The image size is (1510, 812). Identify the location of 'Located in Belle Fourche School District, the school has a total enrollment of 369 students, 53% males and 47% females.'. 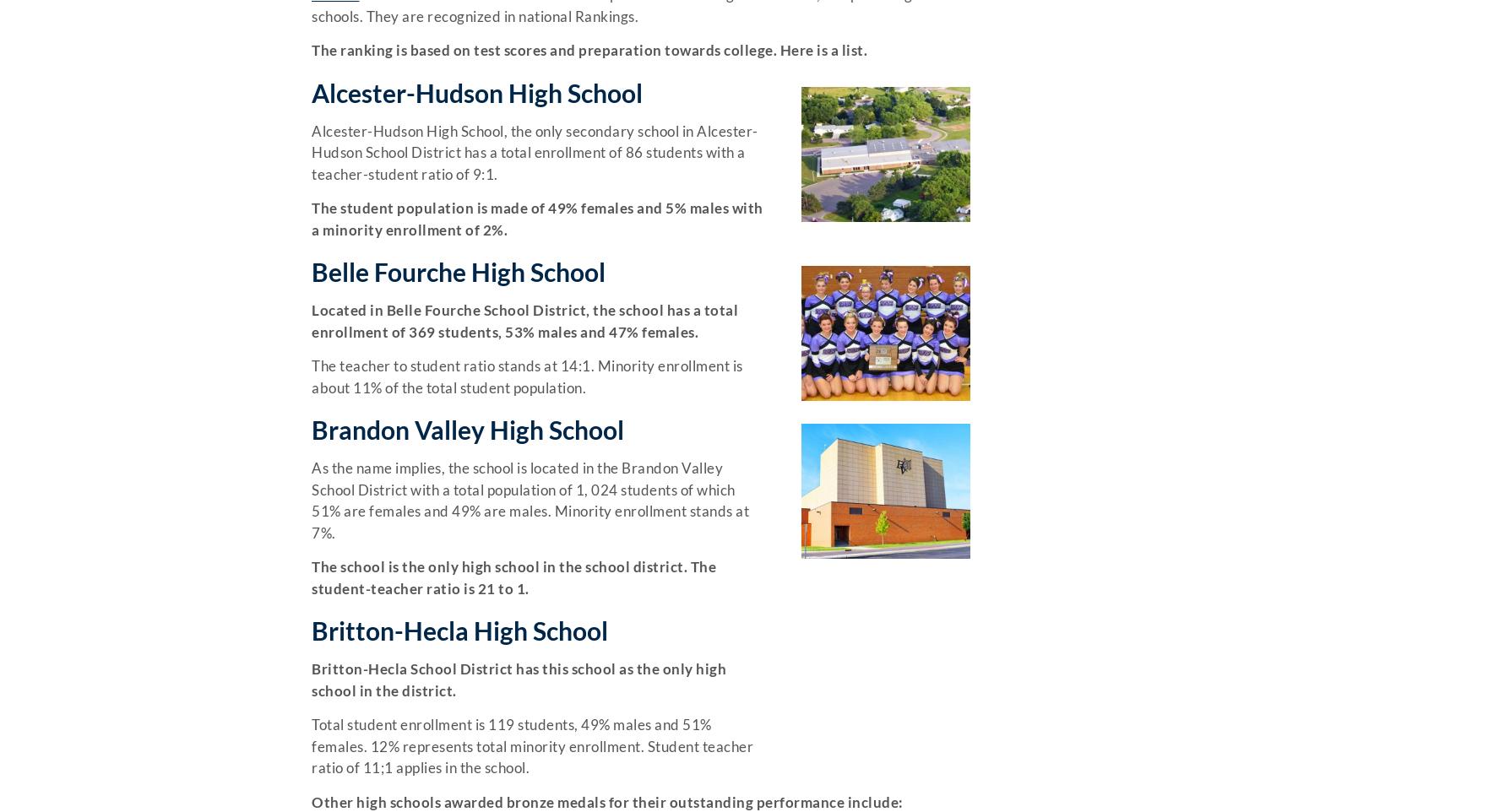
(524, 320).